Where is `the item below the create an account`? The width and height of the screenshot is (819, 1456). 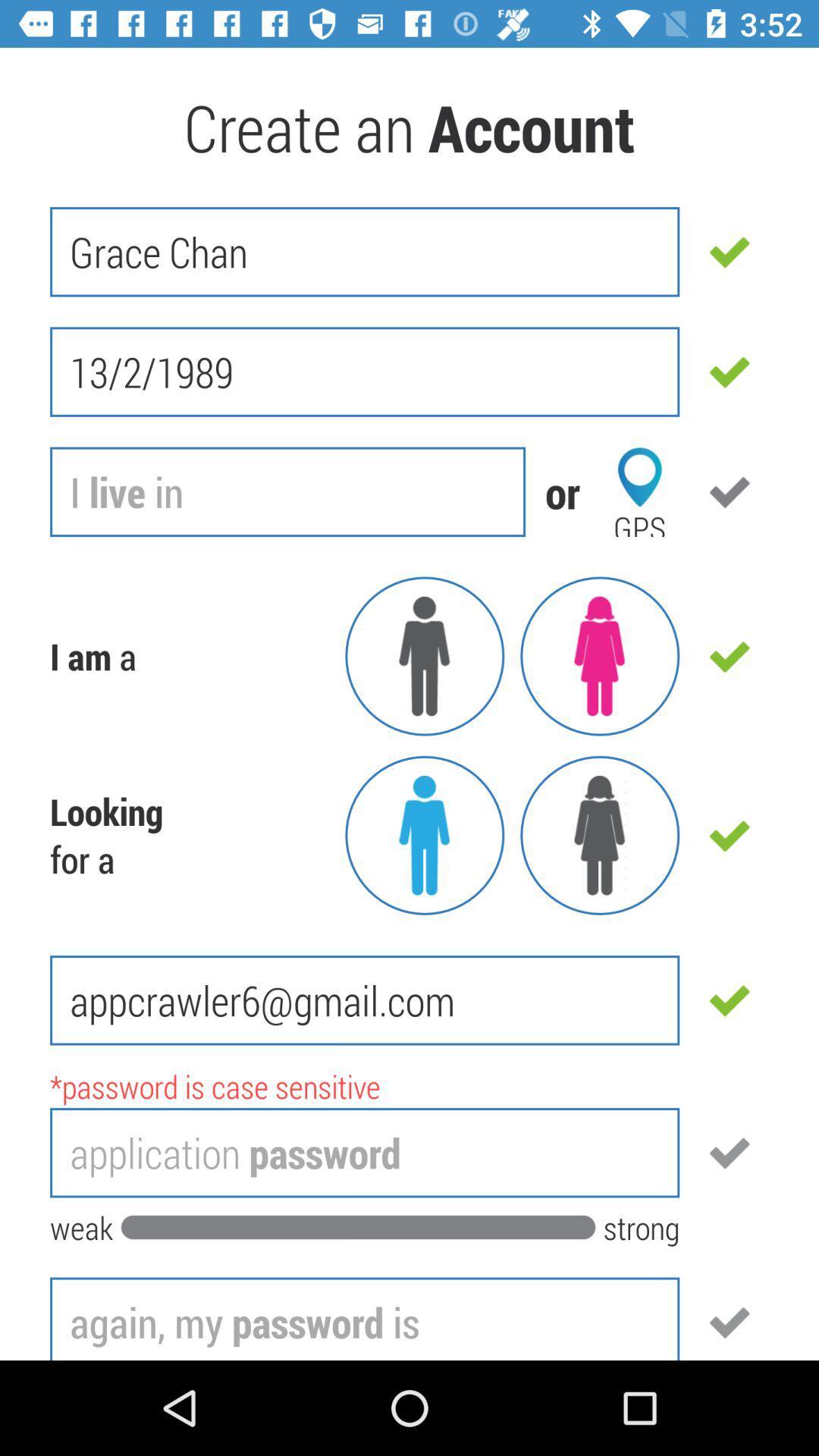 the item below the create an account is located at coordinates (365, 252).